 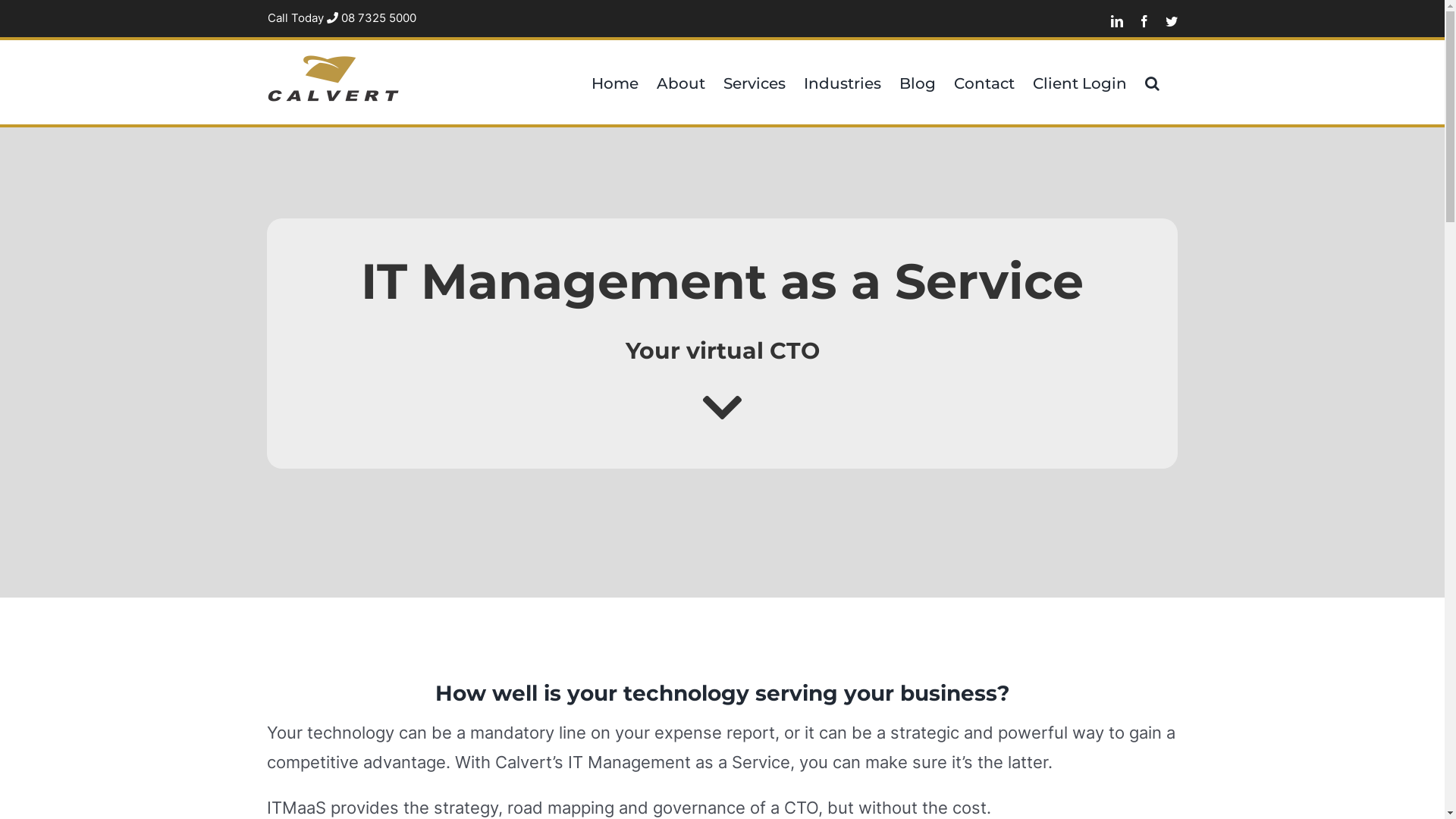 What do you see at coordinates (841, 82) in the screenshot?
I see `'Industries'` at bounding box center [841, 82].